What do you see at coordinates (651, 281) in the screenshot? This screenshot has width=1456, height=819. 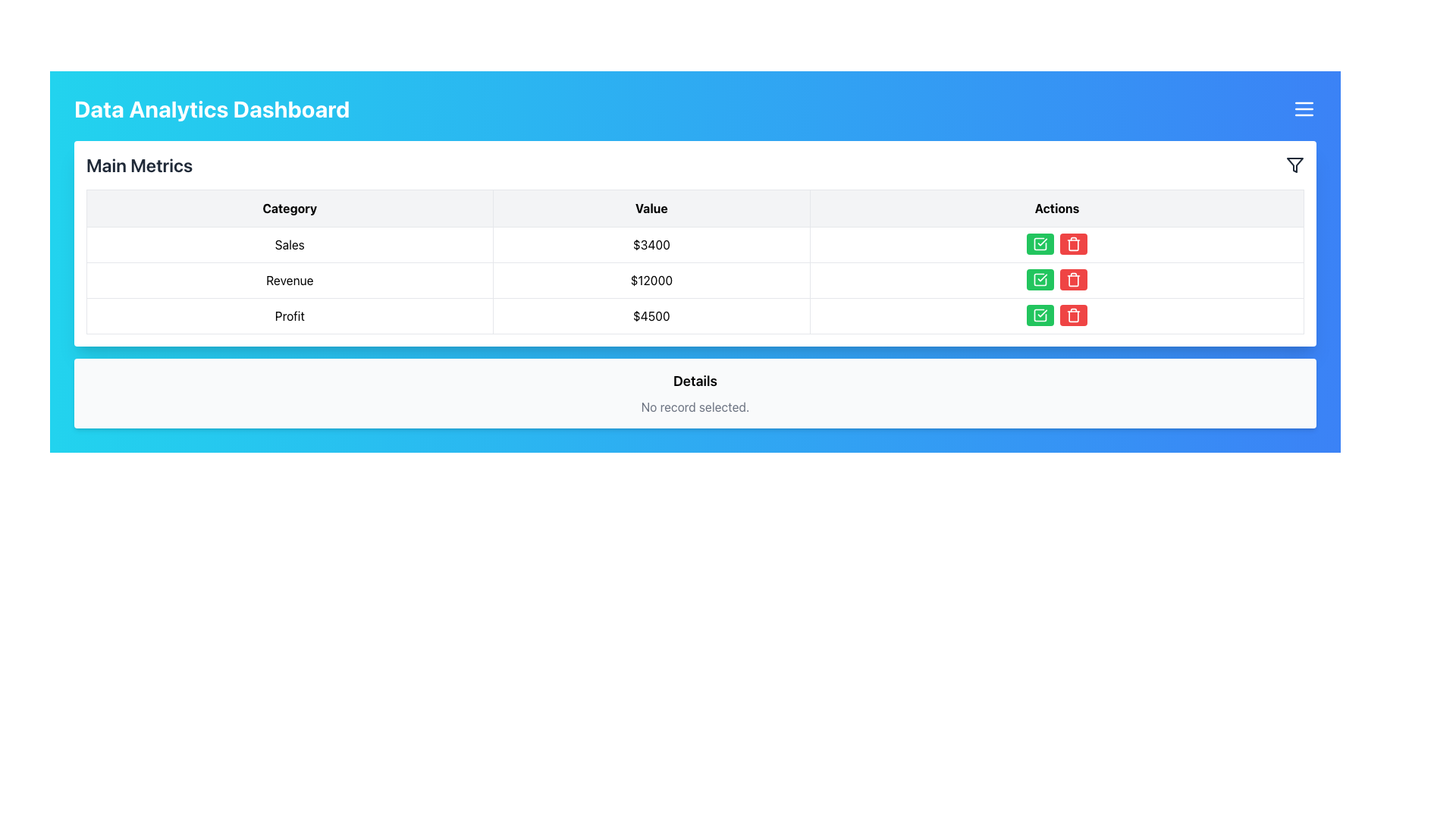 I see `displayed revenue value in the 'Value' column of the second row of the financial metrics table, adjacent to the 'Revenue' label` at bounding box center [651, 281].